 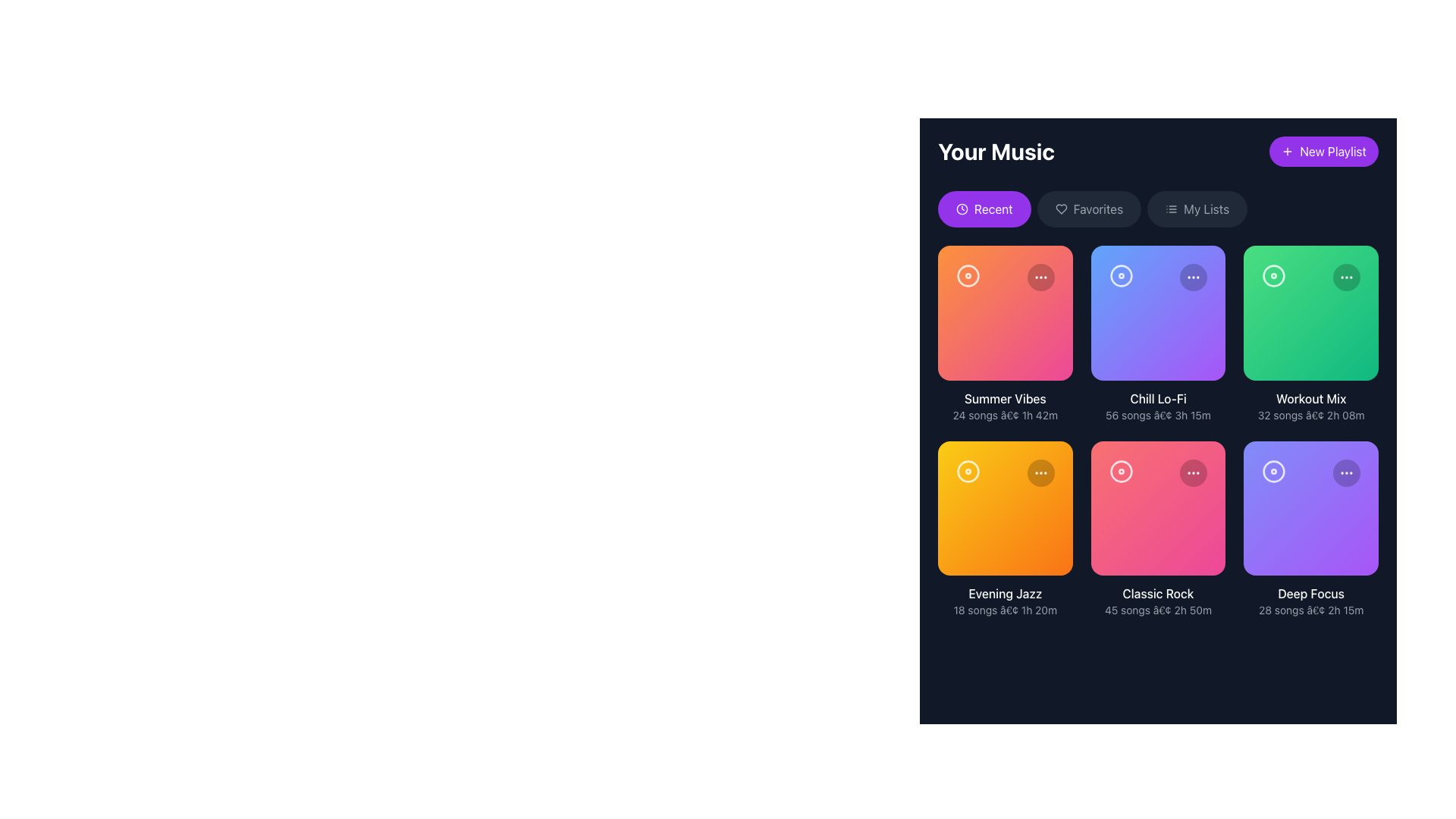 What do you see at coordinates (1157, 601) in the screenshot?
I see `information displayed in the text component of the 'Classic Rock' playlist card located in the lower middle position of the three-by-two grid in the 'Your Music' section` at bounding box center [1157, 601].